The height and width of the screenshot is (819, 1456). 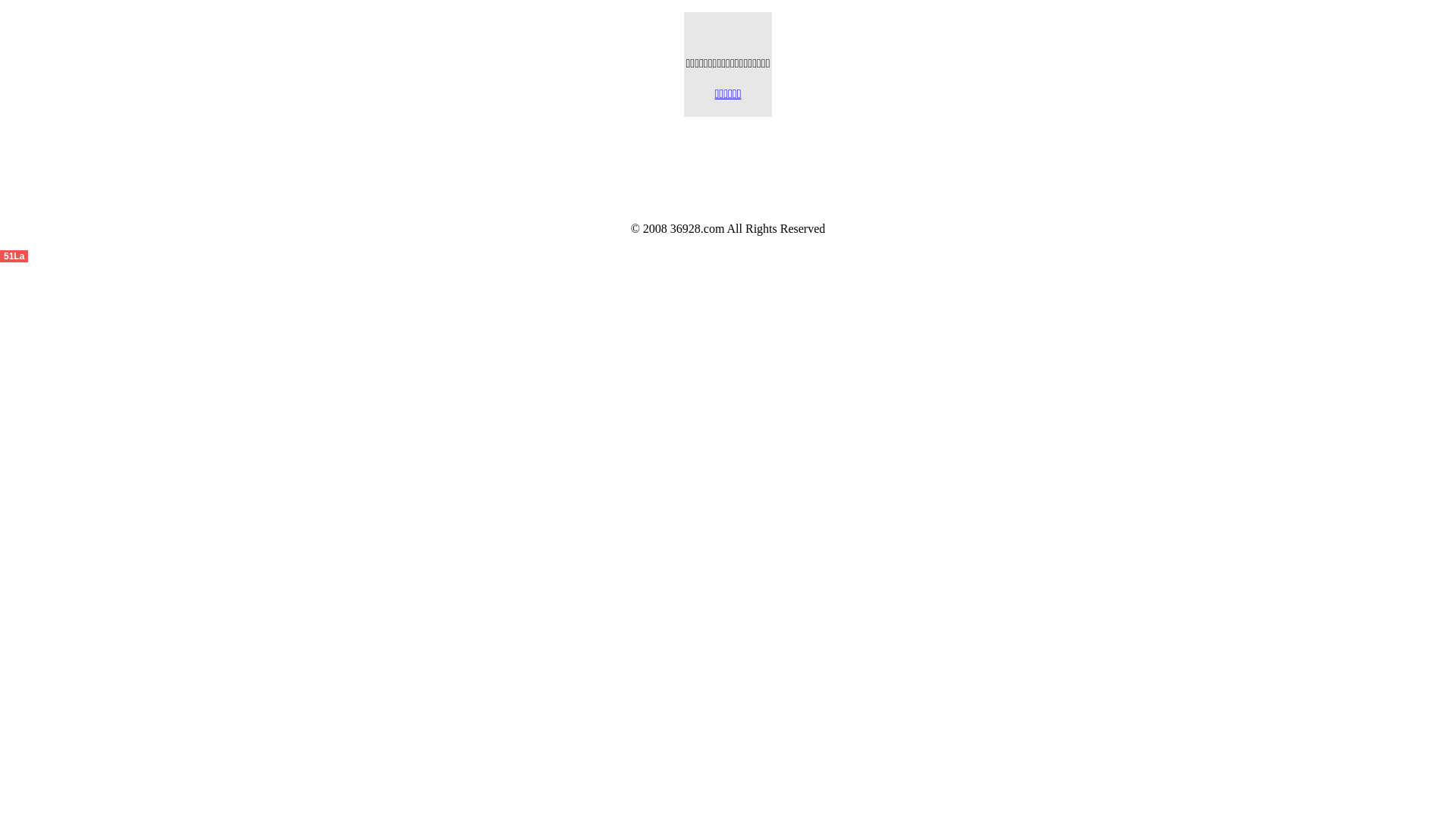 What do you see at coordinates (14, 254) in the screenshot?
I see `'51La'` at bounding box center [14, 254].